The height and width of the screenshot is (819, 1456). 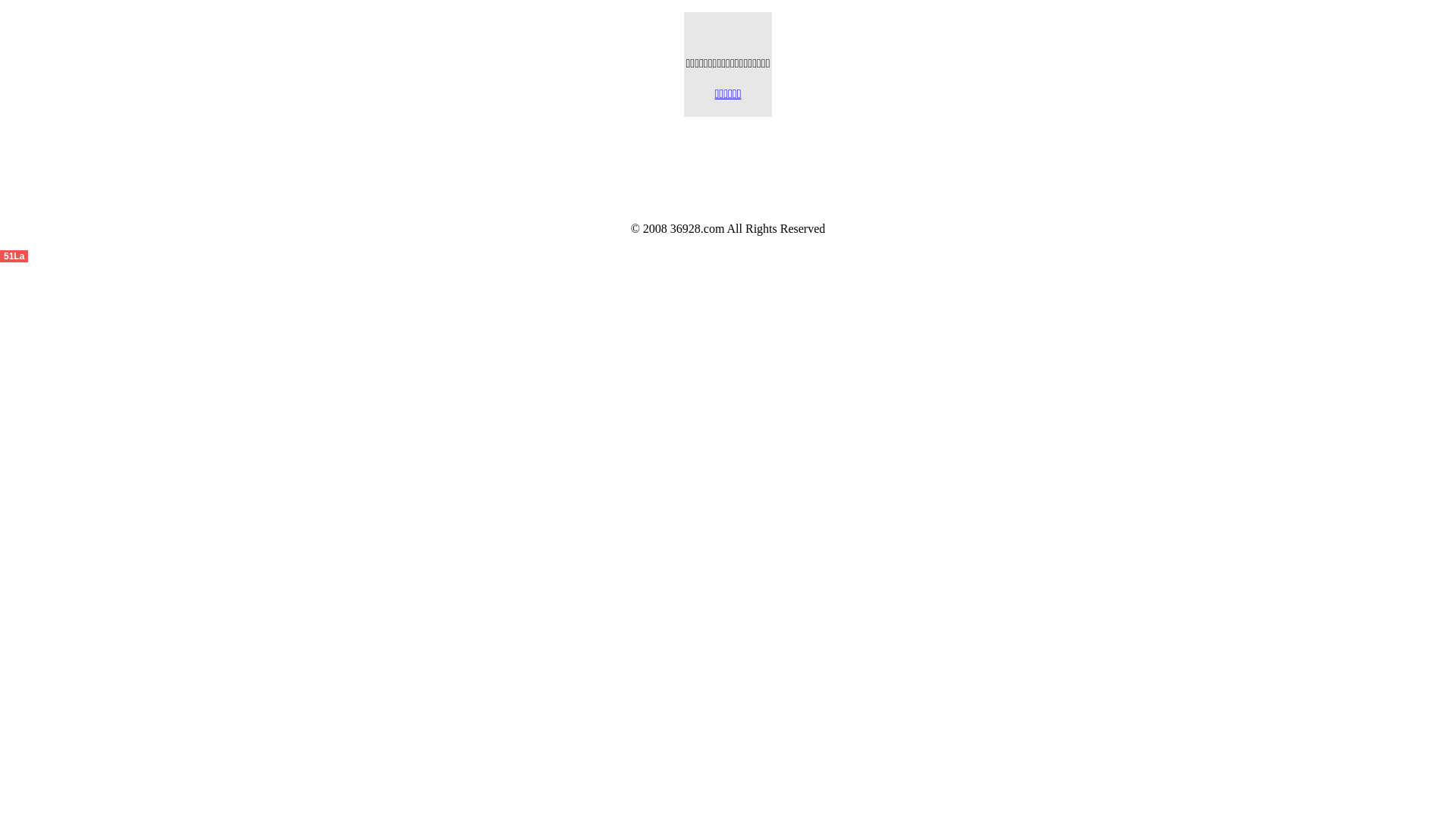 What do you see at coordinates (14, 254) in the screenshot?
I see `'51La'` at bounding box center [14, 254].